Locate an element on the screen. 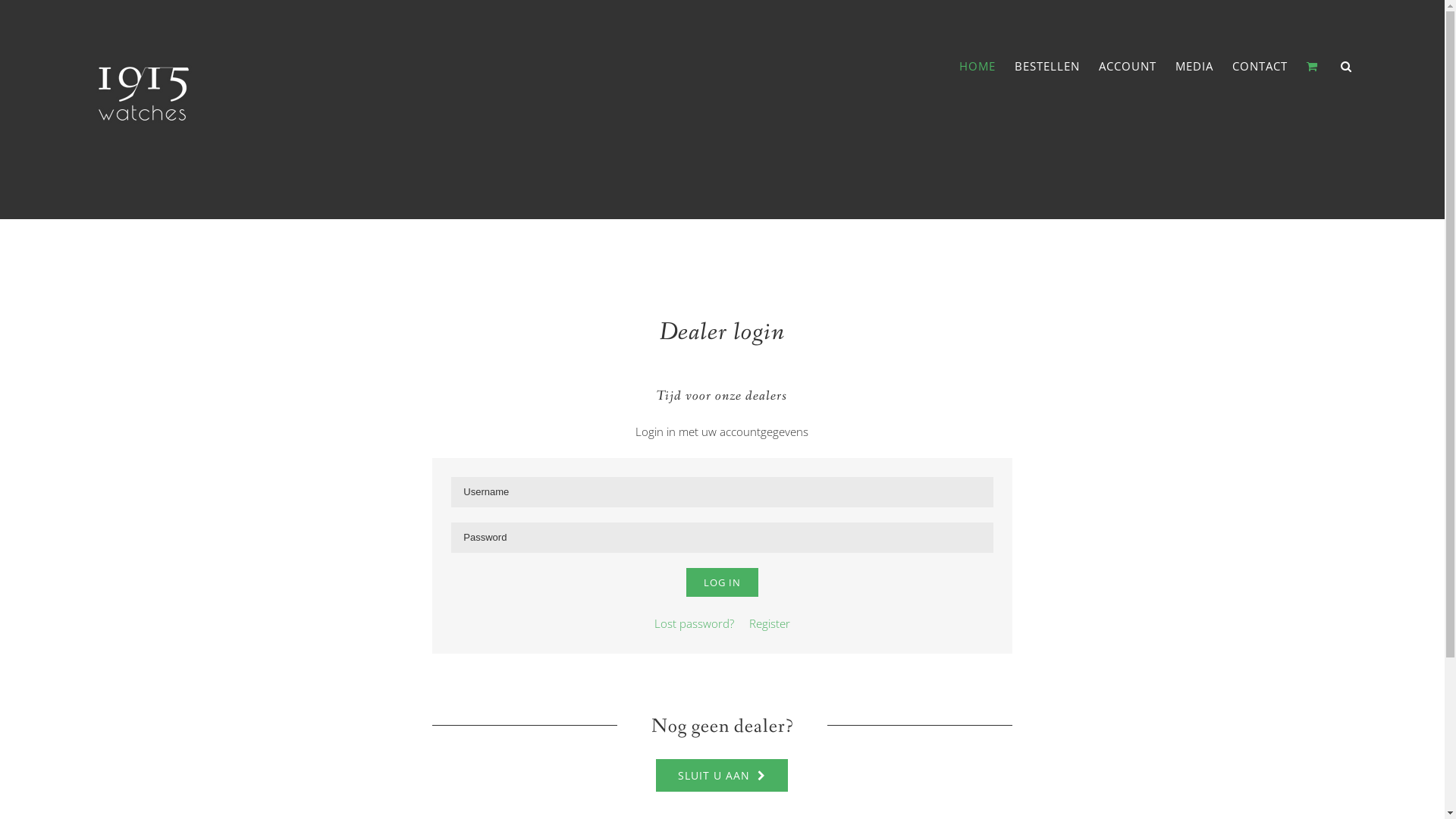 The image size is (1456, 819). 'LOG IN' is located at coordinates (721, 581).